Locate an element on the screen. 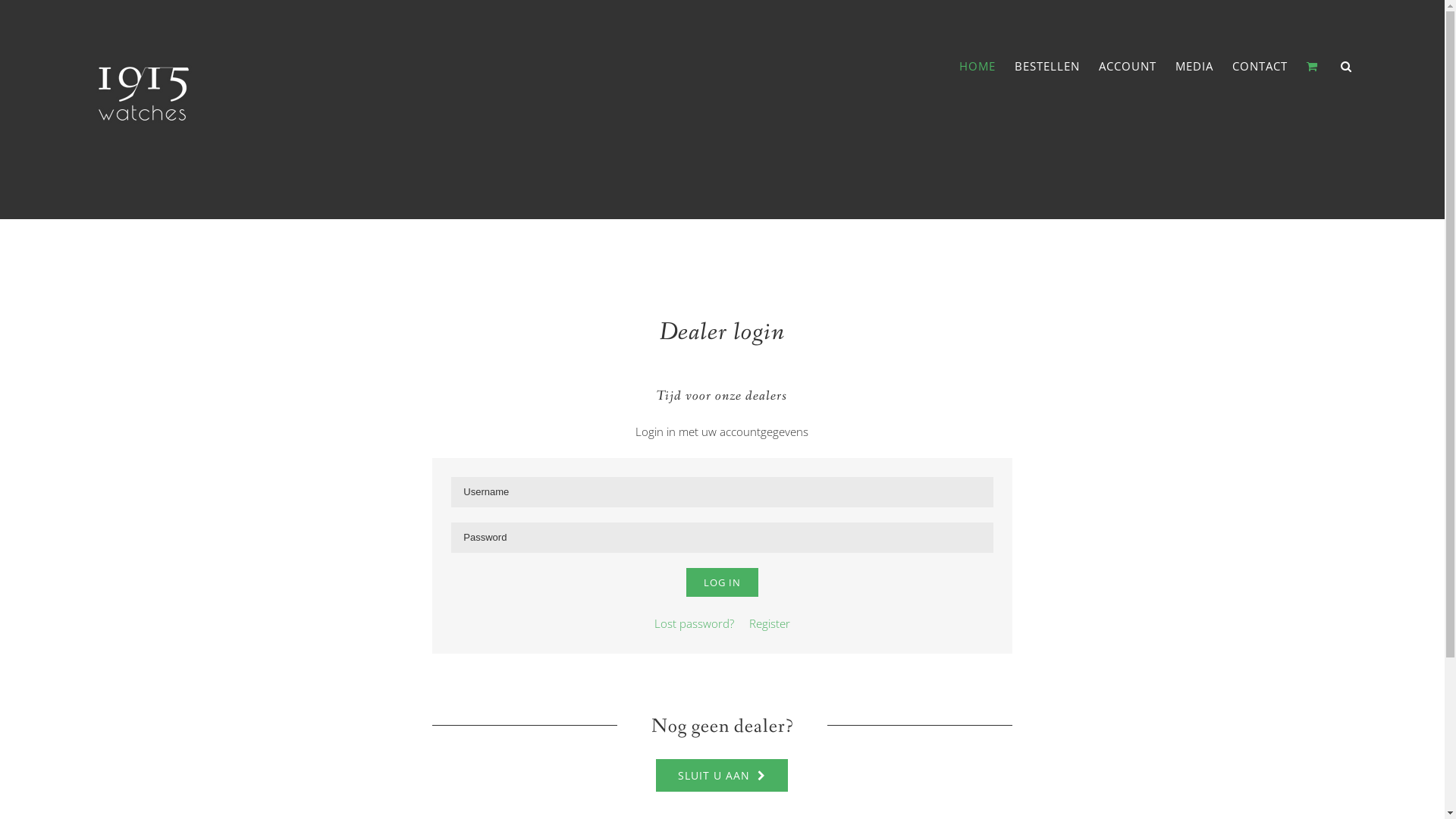 The image size is (1456, 819). 'LOG IN' is located at coordinates (721, 581).